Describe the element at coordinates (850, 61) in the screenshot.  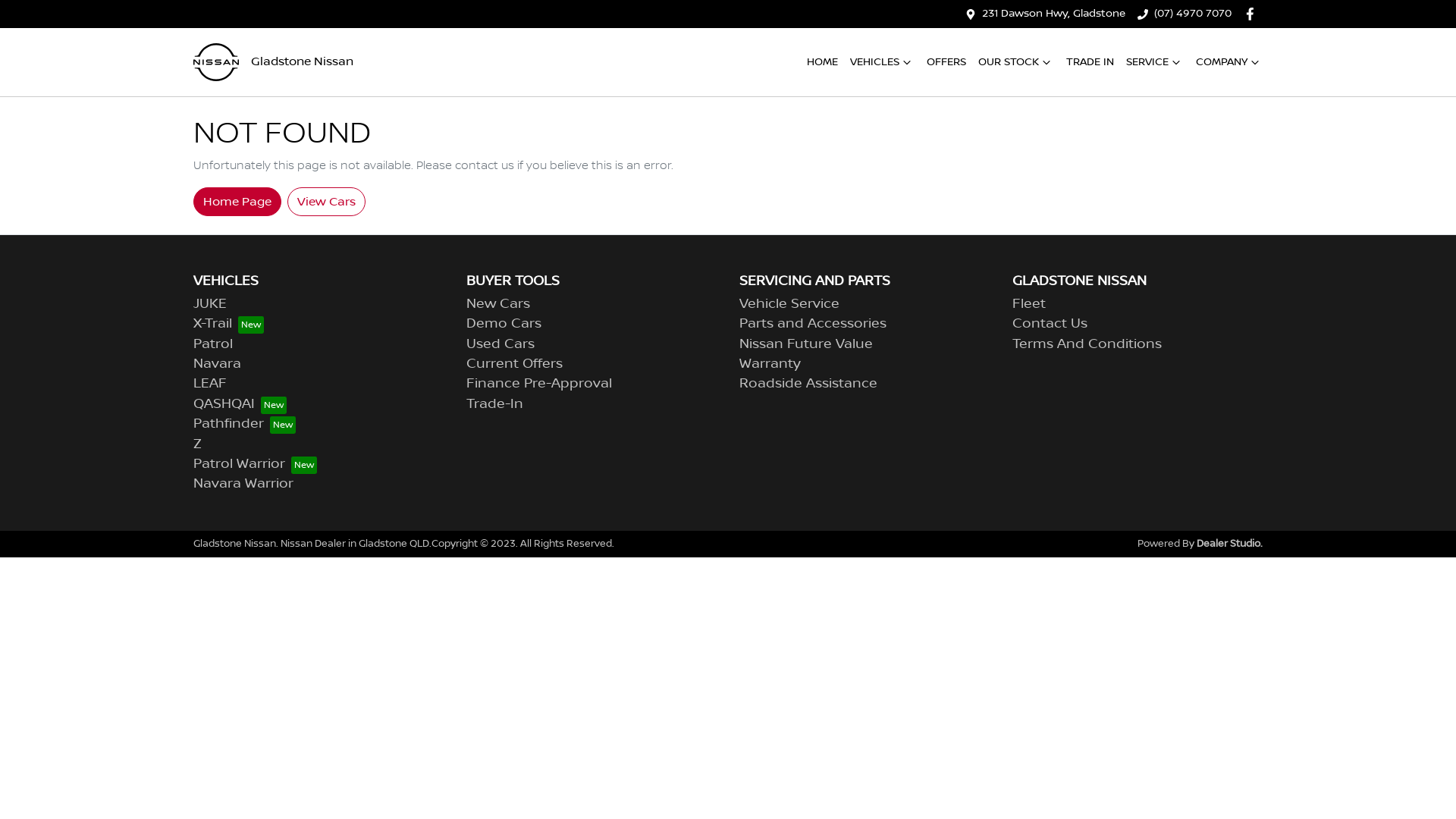
I see `'VEHICLES'` at that location.